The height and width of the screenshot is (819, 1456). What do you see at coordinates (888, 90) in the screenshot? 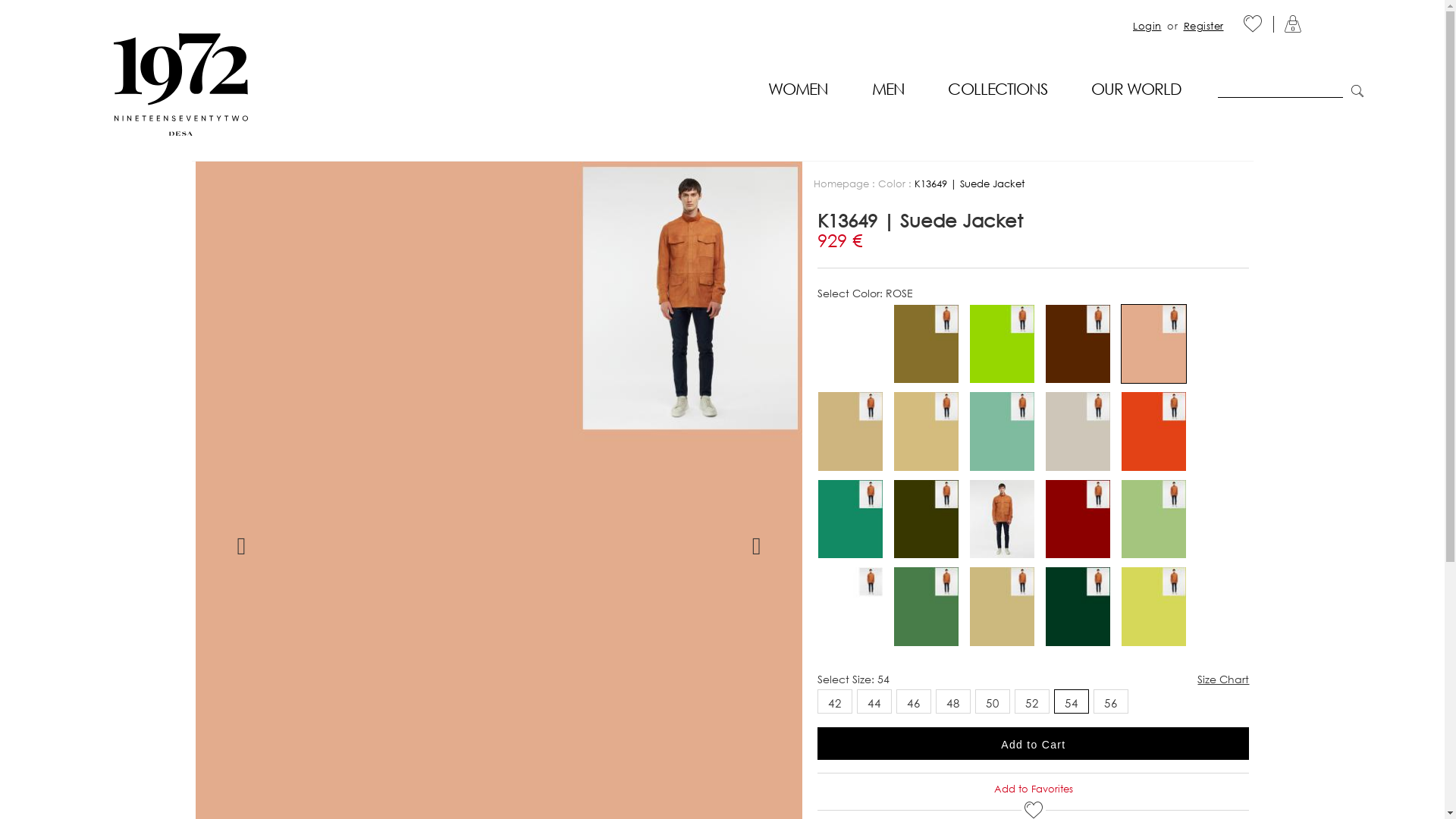
I see `'MEN'` at bounding box center [888, 90].